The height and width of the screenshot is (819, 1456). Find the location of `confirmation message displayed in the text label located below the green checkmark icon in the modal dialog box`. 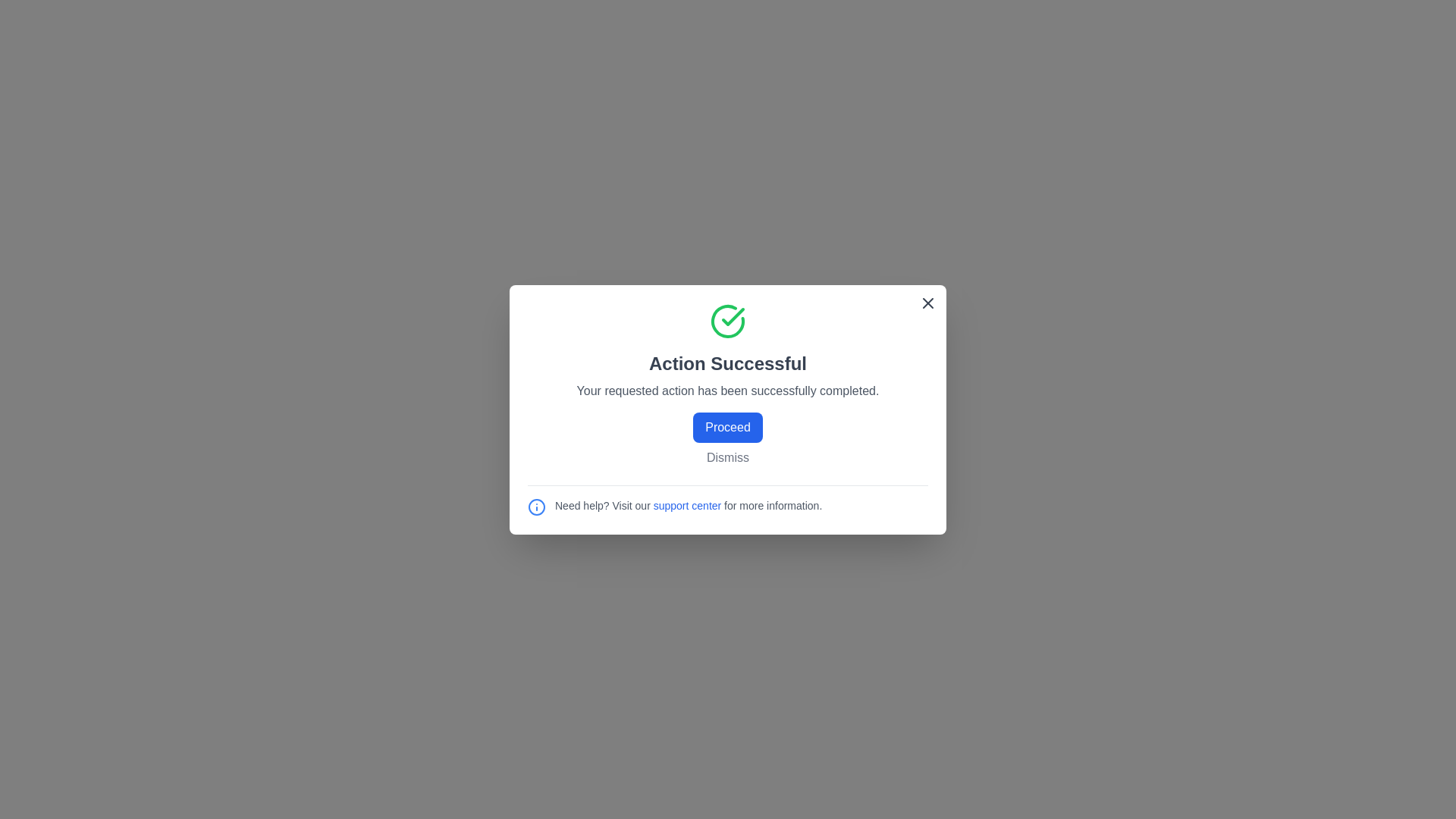

confirmation message displayed in the text label located below the green checkmark icon in the modal dialog box is located at coordinates (728, 363).